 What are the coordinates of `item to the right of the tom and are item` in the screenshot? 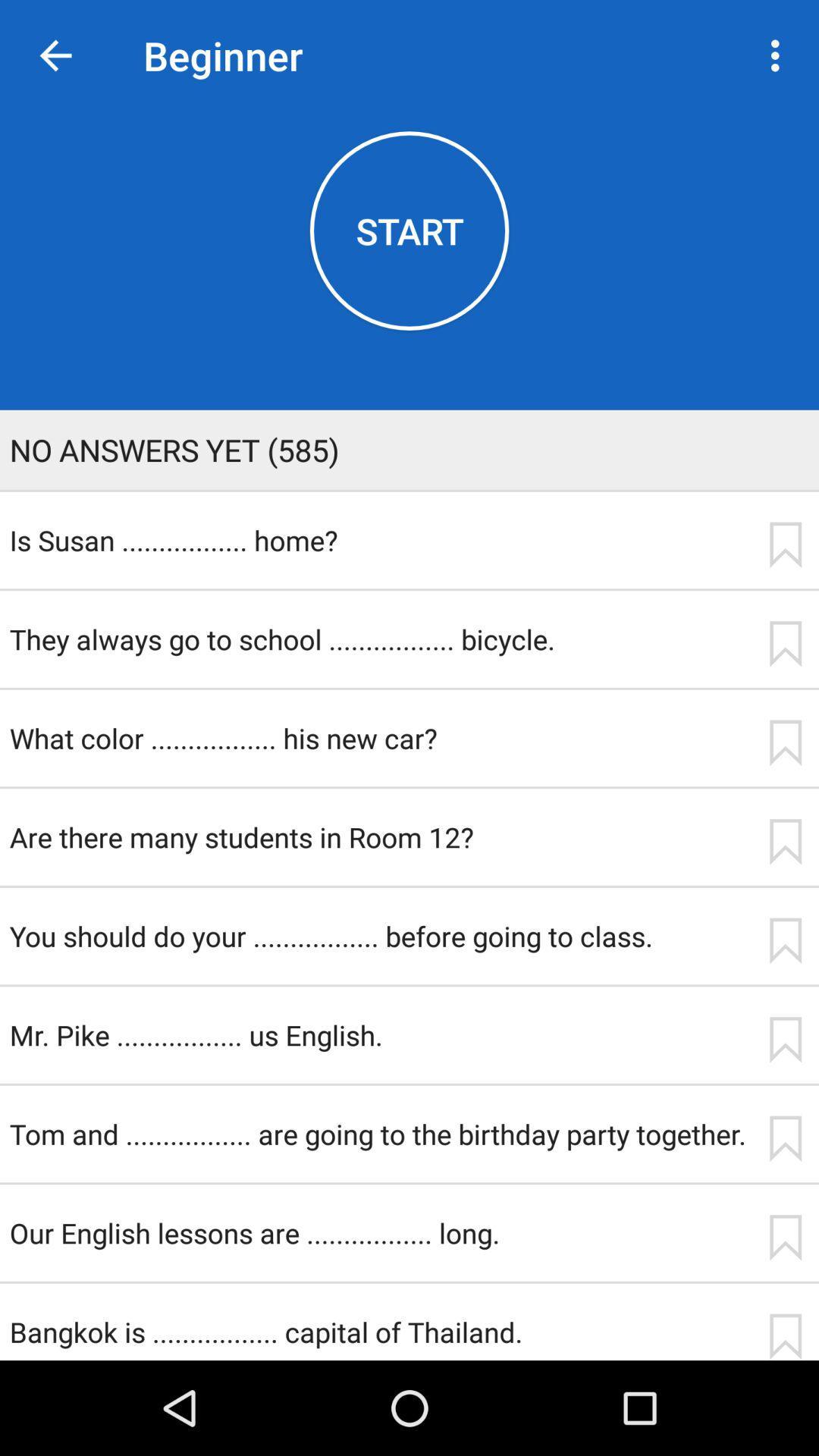 It's located at (785, 1138).